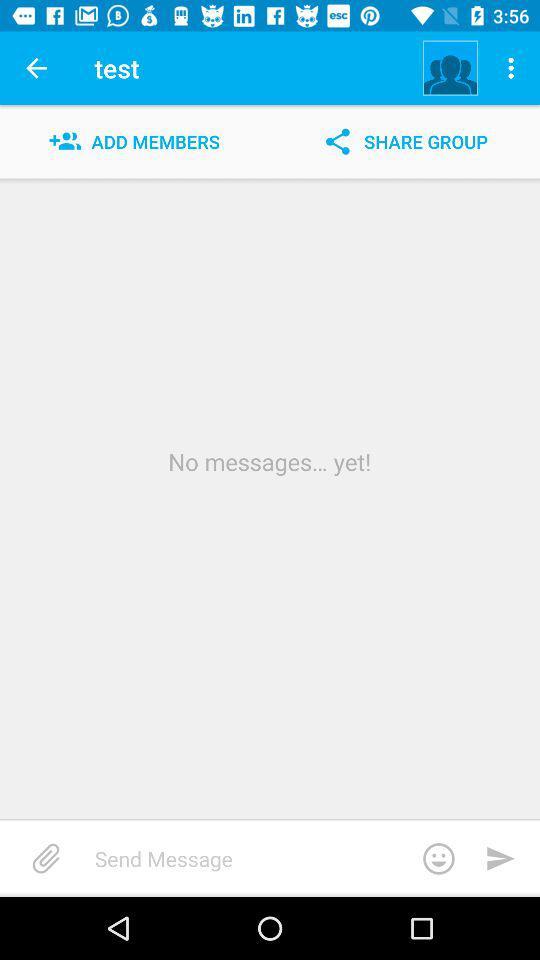 Image resolution: width=540 pixels, height=960 pixels. Describe the element at coordinates (450, 68) in the screenshot. I see `the icon next to test` at that location.